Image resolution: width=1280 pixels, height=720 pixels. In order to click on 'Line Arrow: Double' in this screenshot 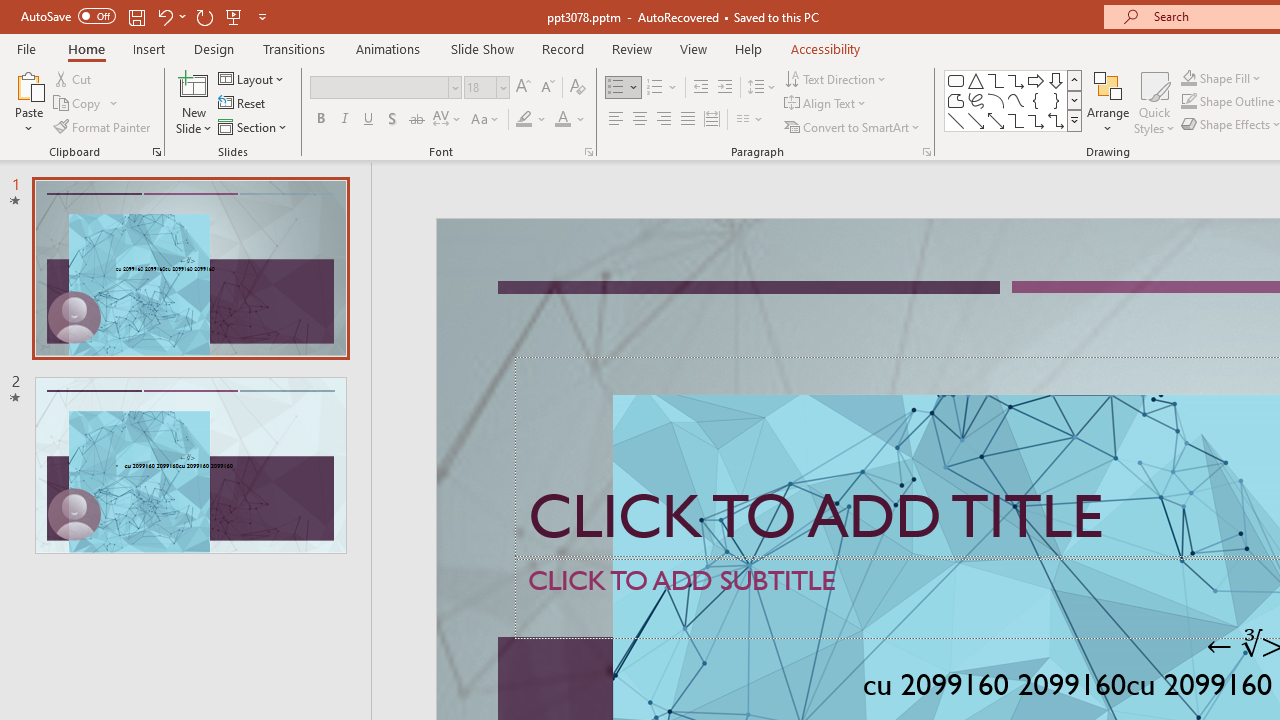, I will do `click(995, 120)`.